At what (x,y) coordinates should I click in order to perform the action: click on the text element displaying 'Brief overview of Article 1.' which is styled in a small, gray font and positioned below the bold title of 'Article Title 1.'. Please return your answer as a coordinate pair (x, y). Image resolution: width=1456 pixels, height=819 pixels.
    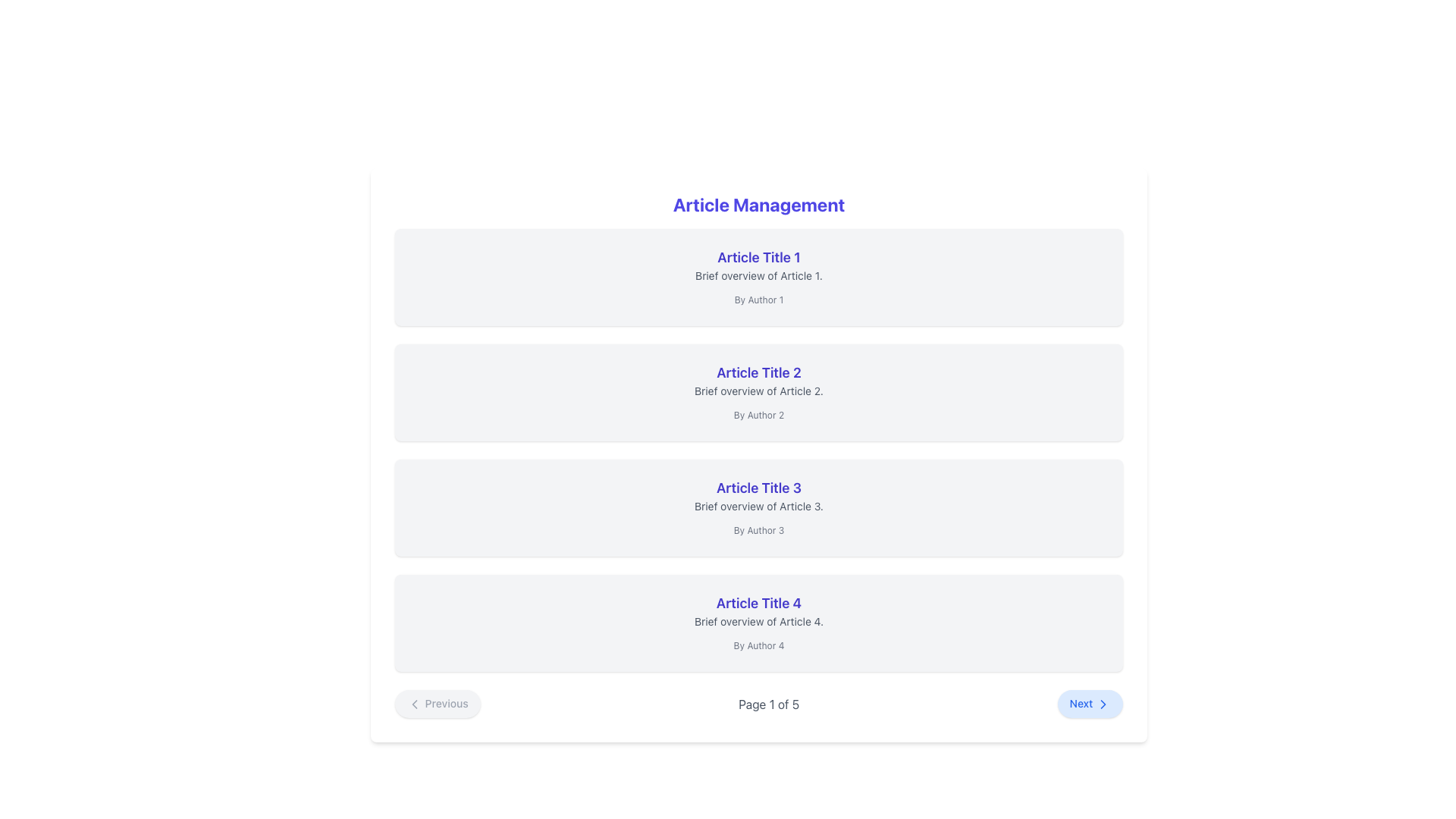
    Looking at the image, I should click on (759, 275).